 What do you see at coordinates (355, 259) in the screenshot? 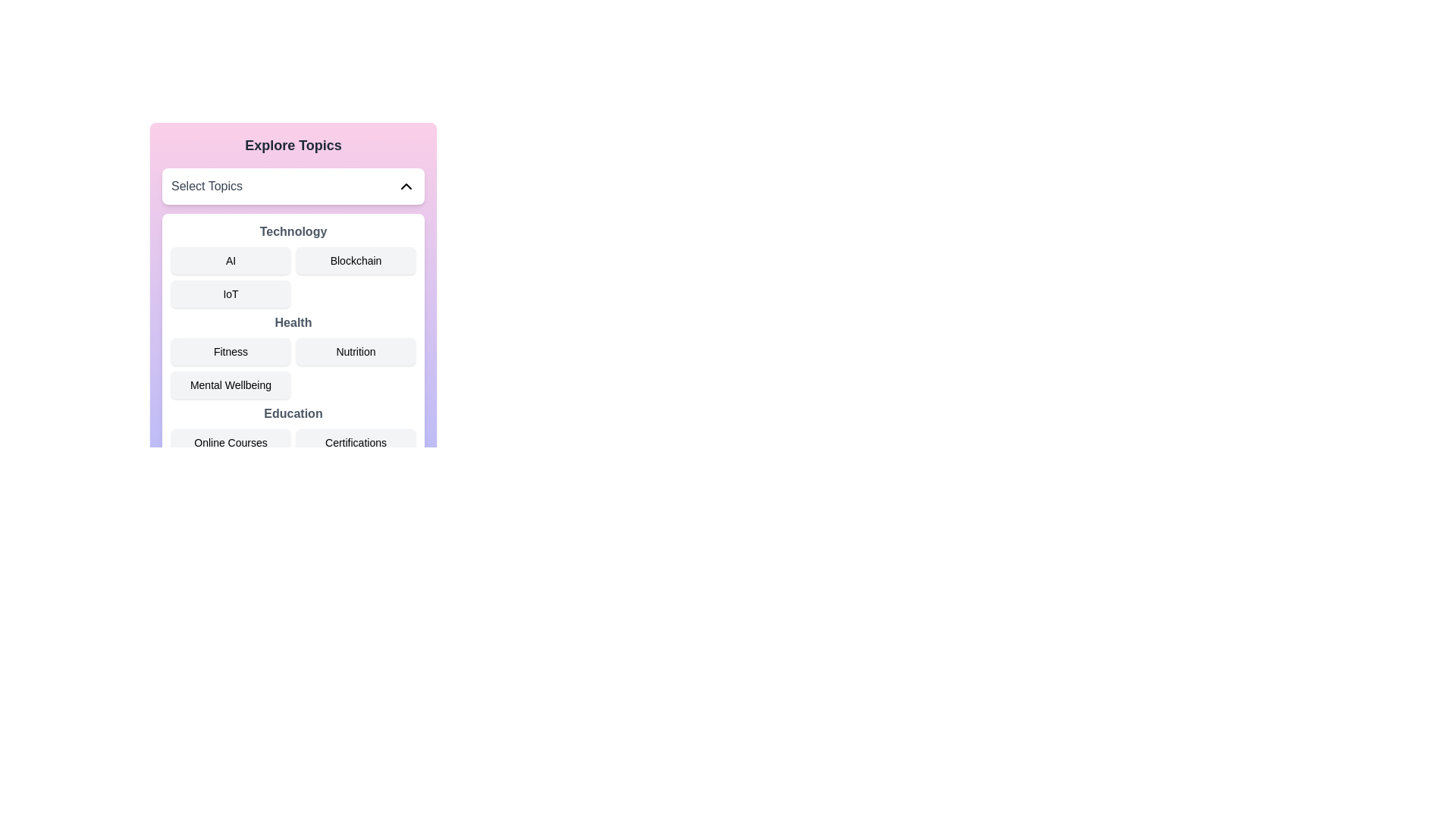
I see `the 'Blockchain' button, which is the second button under the 'Technology' subheading` at bounding box center [355, 259].